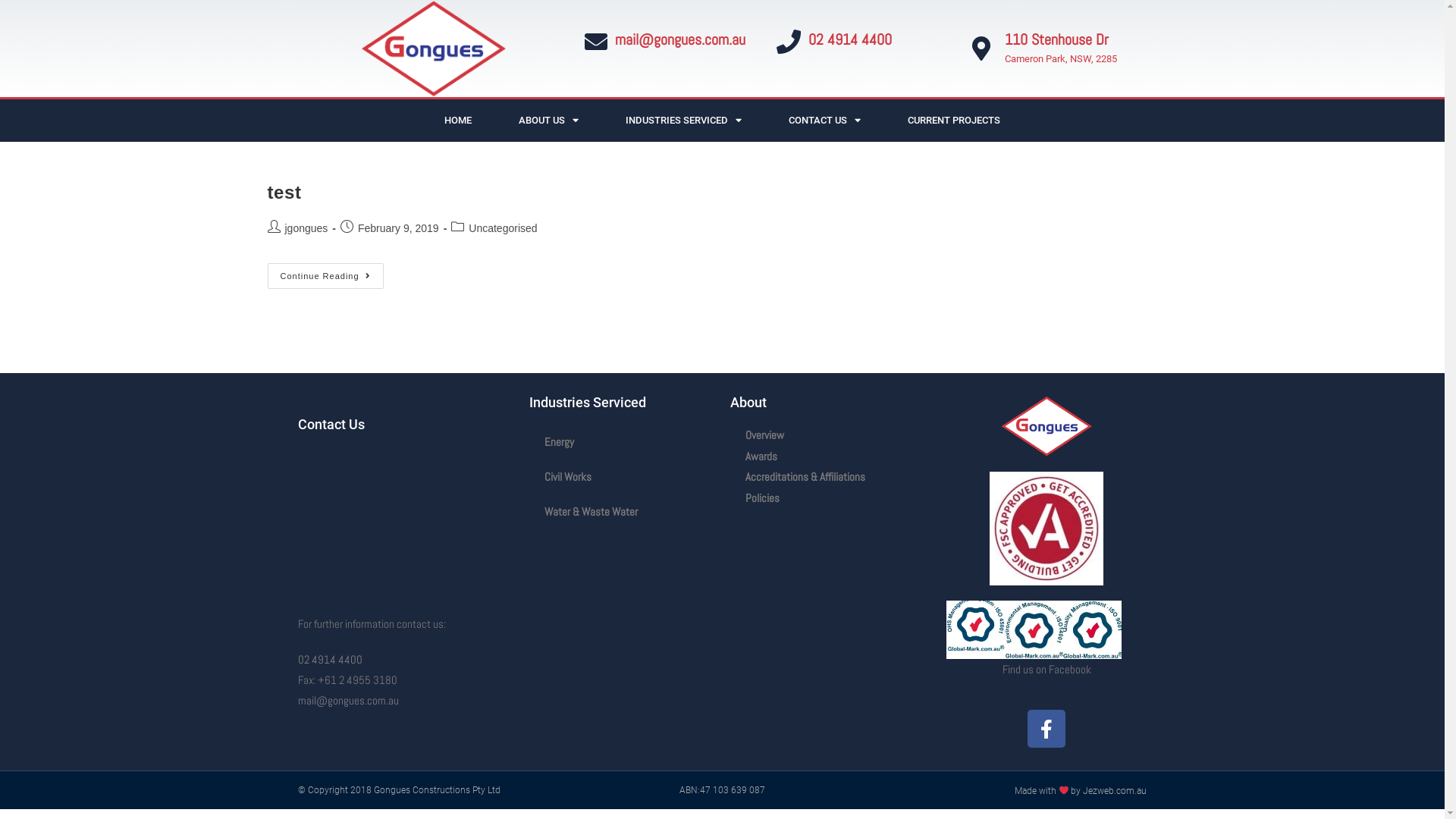 Image resolution: width=1456 pixels, height=819 pixels. I want to click on 'Made with by Jezweb.com.au', so click(1080, 789).